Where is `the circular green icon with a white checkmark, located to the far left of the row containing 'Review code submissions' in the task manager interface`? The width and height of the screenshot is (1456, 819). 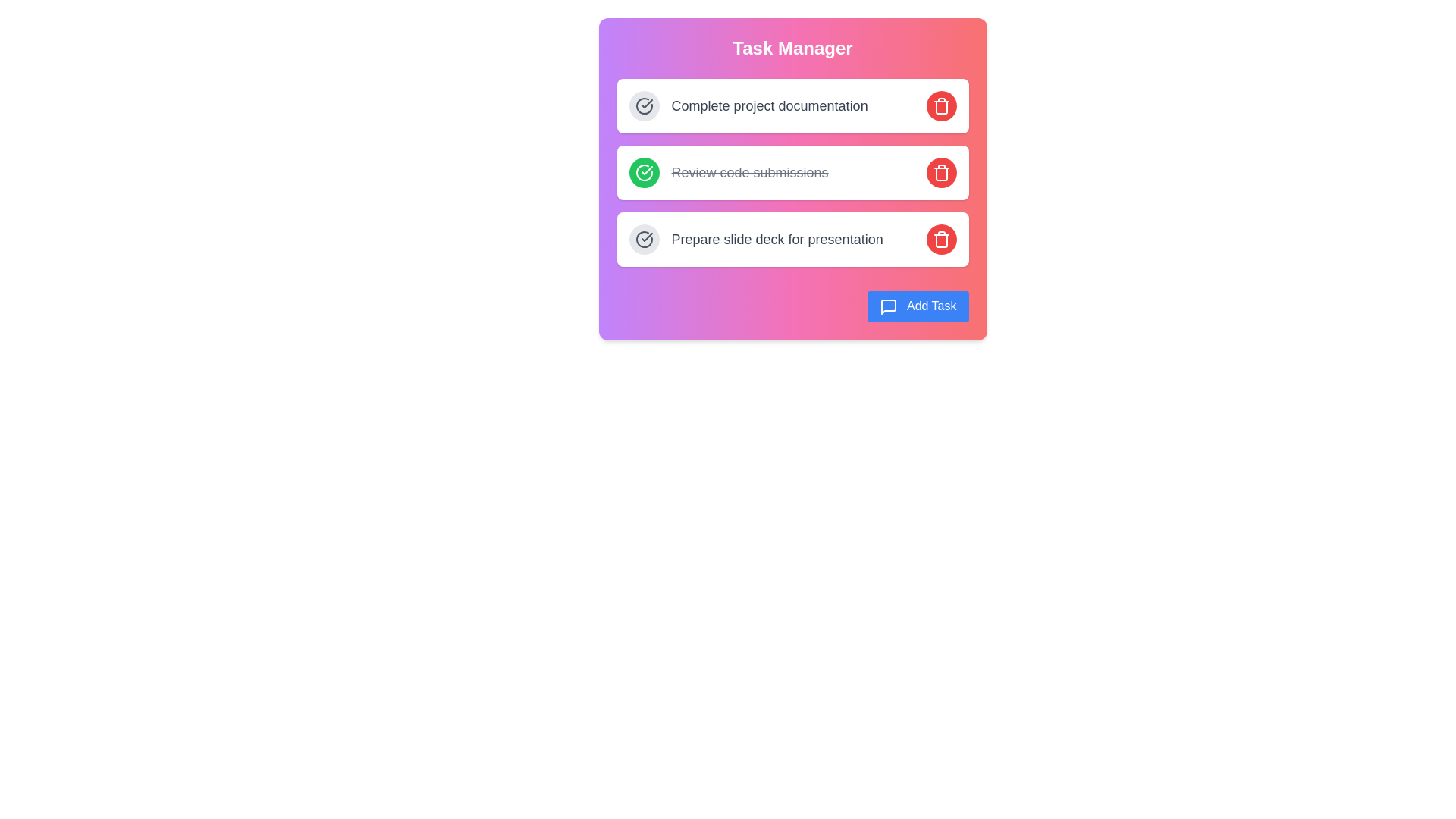 the circular green icon with a white checkmark, located to the far left of the row containing 'Review code submissions' in the task manager interface is located at coordinates (644, 171).